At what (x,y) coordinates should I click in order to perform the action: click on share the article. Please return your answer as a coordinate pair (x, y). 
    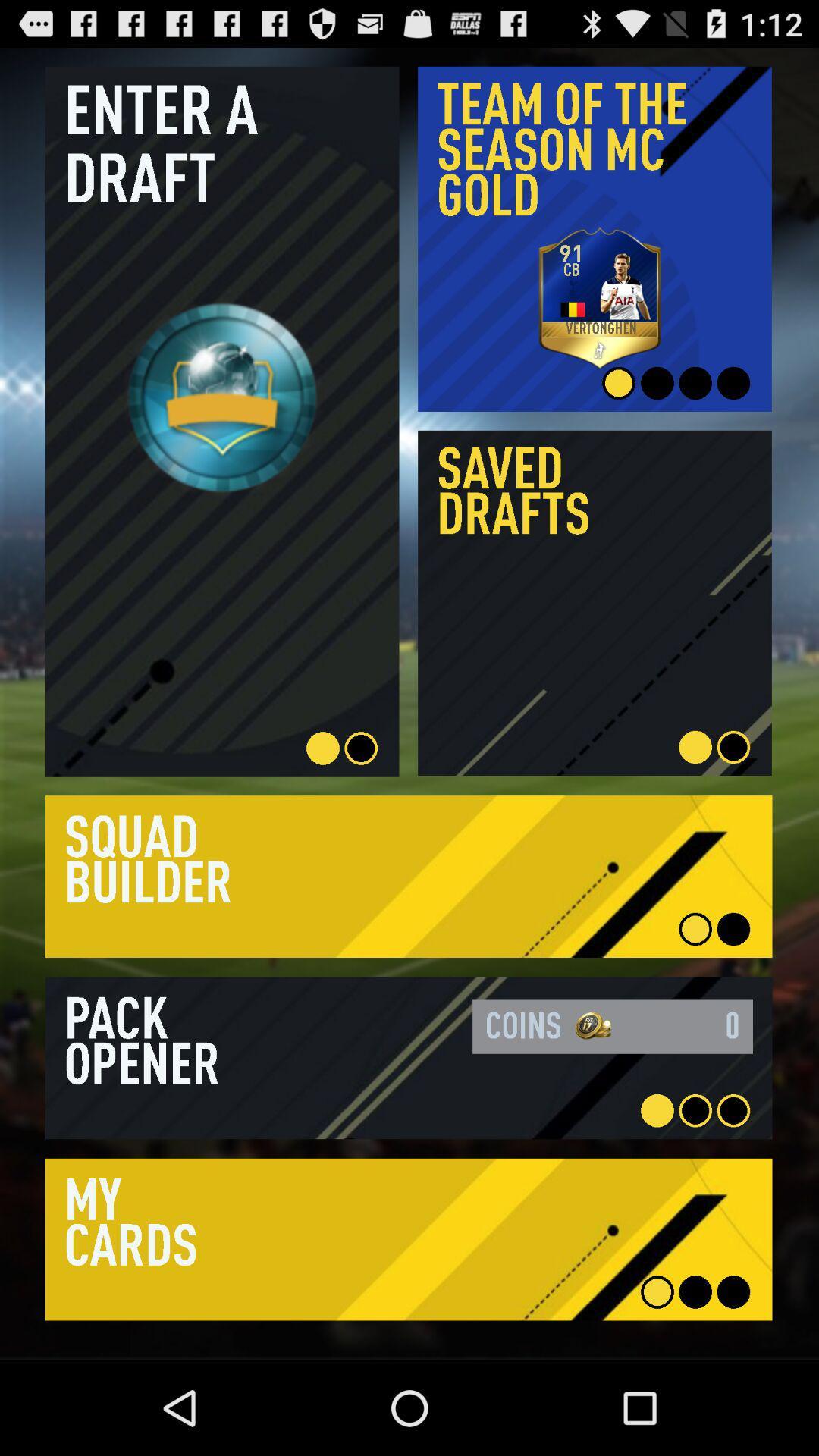
    Looking at the image, I should click on (408, 1057).